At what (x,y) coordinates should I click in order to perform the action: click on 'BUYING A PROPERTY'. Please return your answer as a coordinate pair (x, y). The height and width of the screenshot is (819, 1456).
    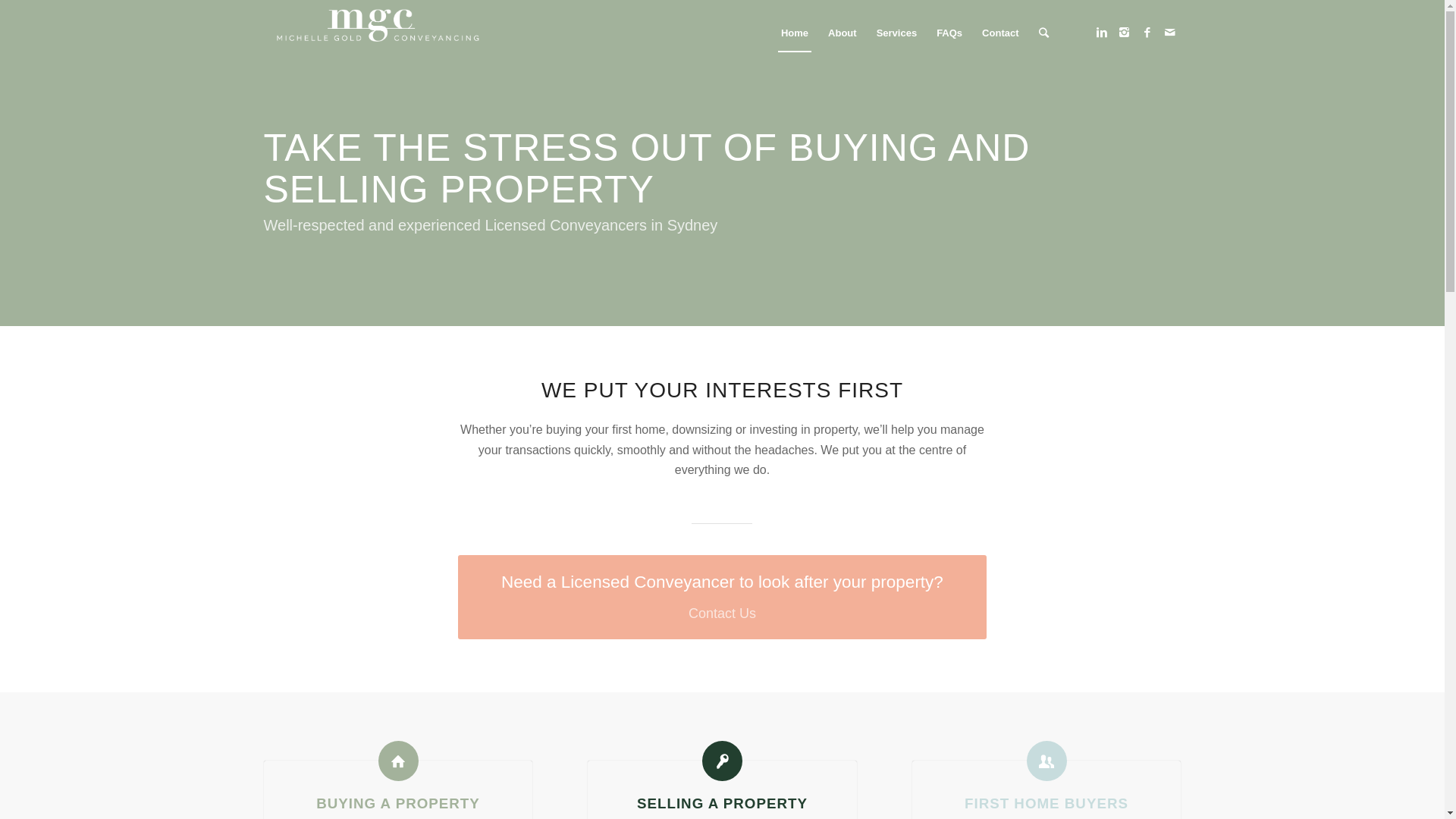
    Looking at the image, I should click on (397, 802).